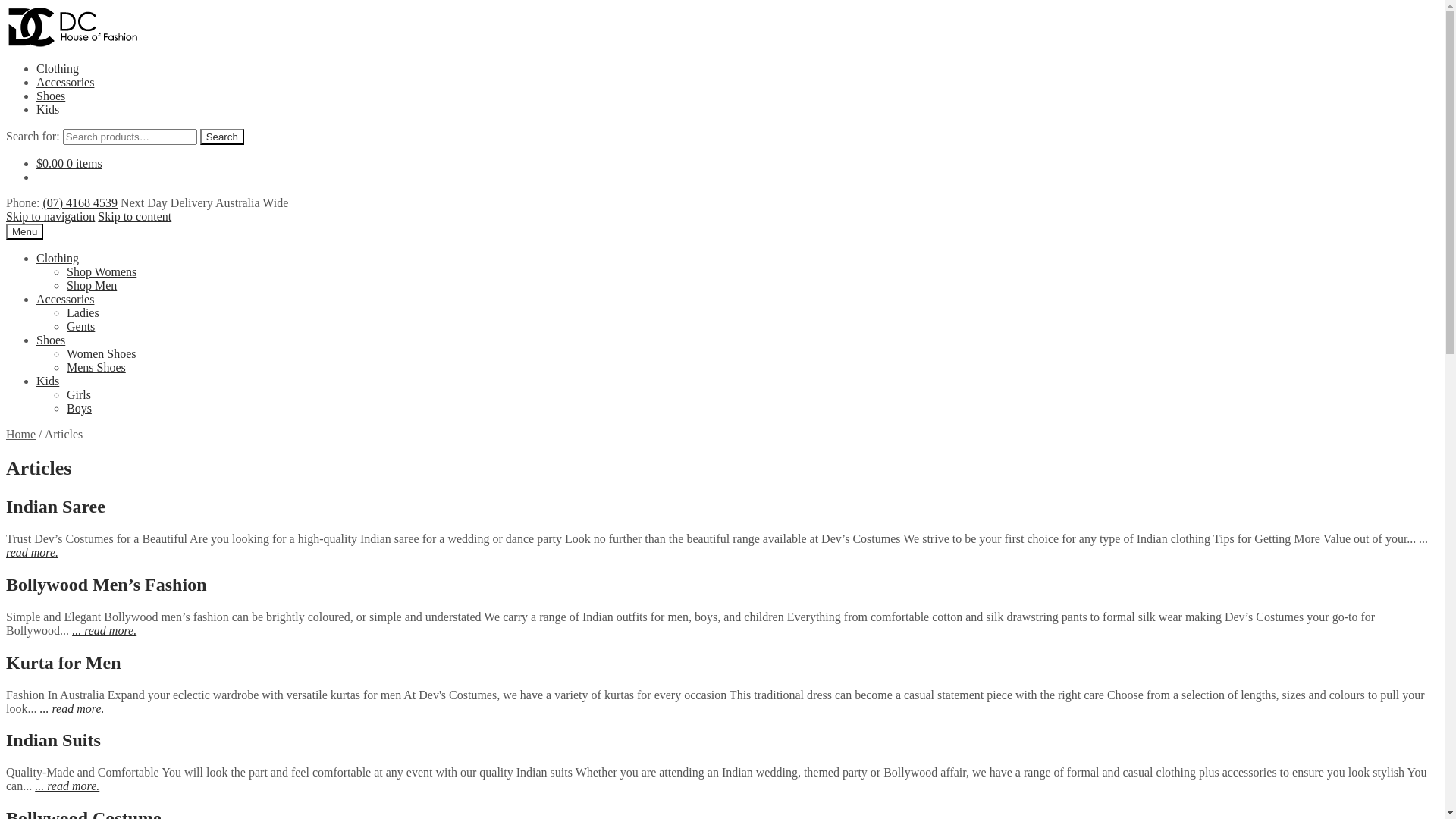 The image size is (1456, 819). What do you see at coordinates (80, 325) in the screenshot?
I see `'Gents'` at bounding box center [80, 325].